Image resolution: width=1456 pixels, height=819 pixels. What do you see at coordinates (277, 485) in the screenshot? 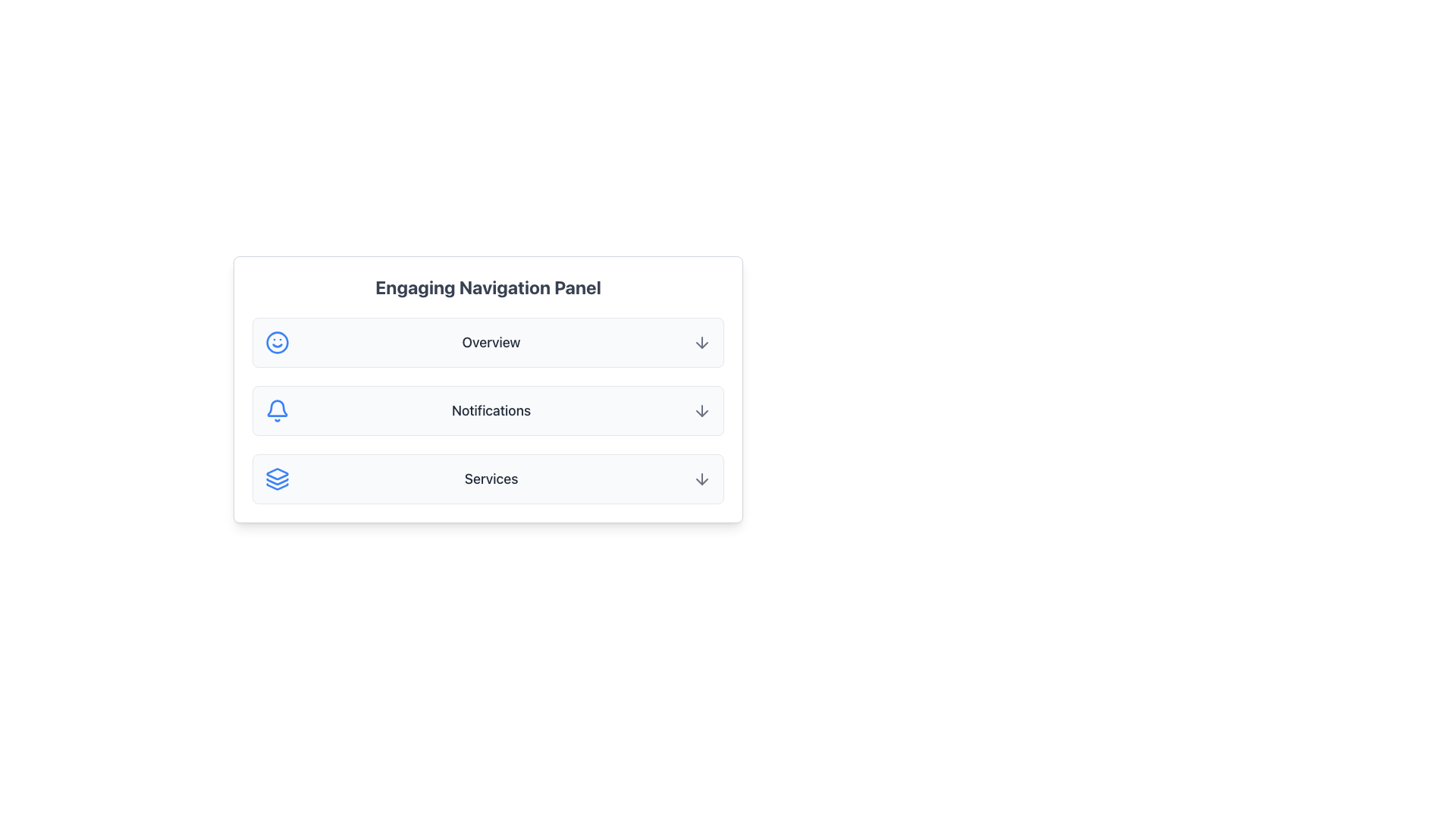
I see `the 'Services' icon button located in the bottom option row of the navigation panel` at bounding box center [277, 485].